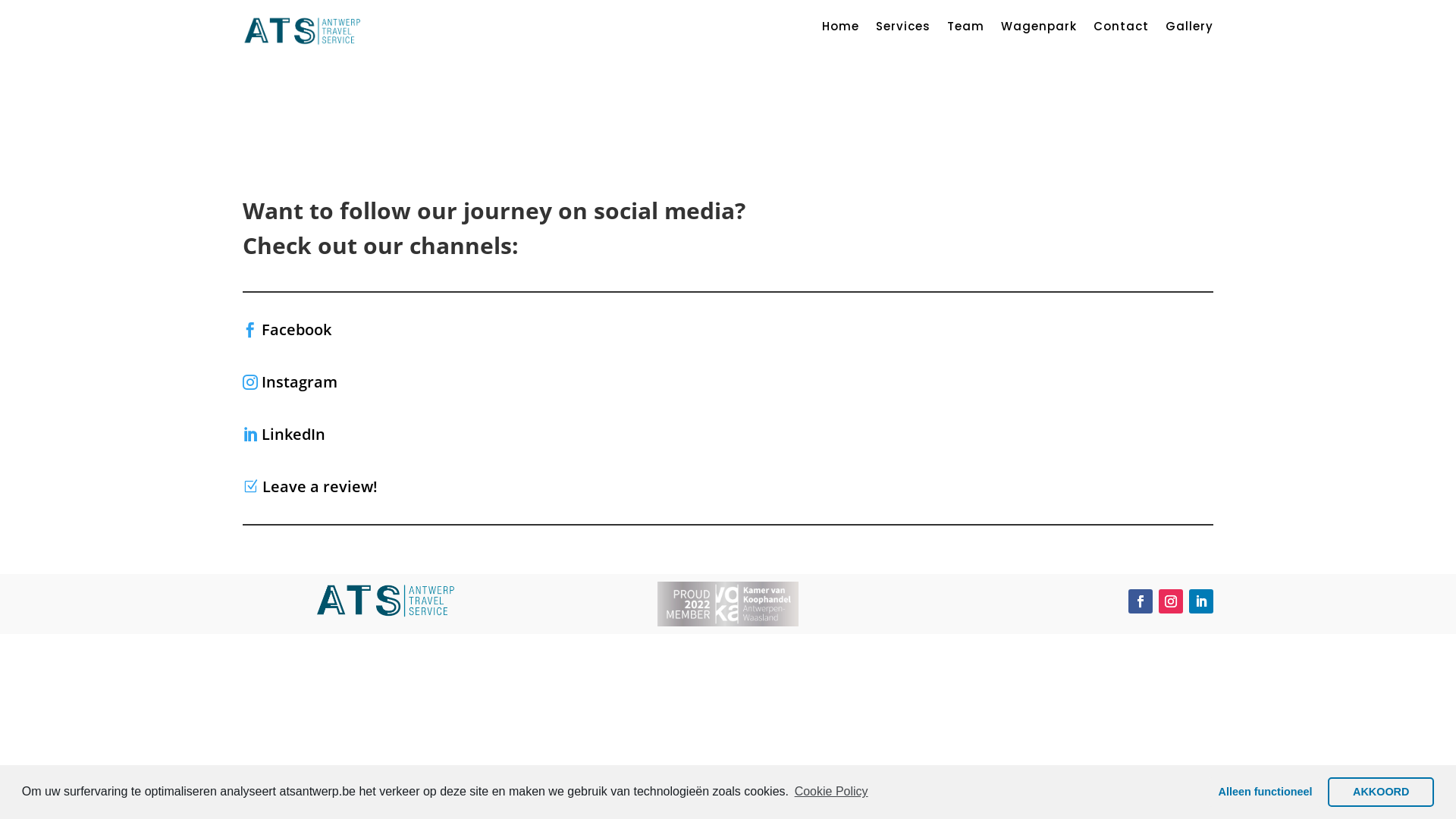 This screenshot has height=819, width=1456. Describe the element at coordinates (728, 603) in the screenshot. I see `'logo_voka'` at that location.